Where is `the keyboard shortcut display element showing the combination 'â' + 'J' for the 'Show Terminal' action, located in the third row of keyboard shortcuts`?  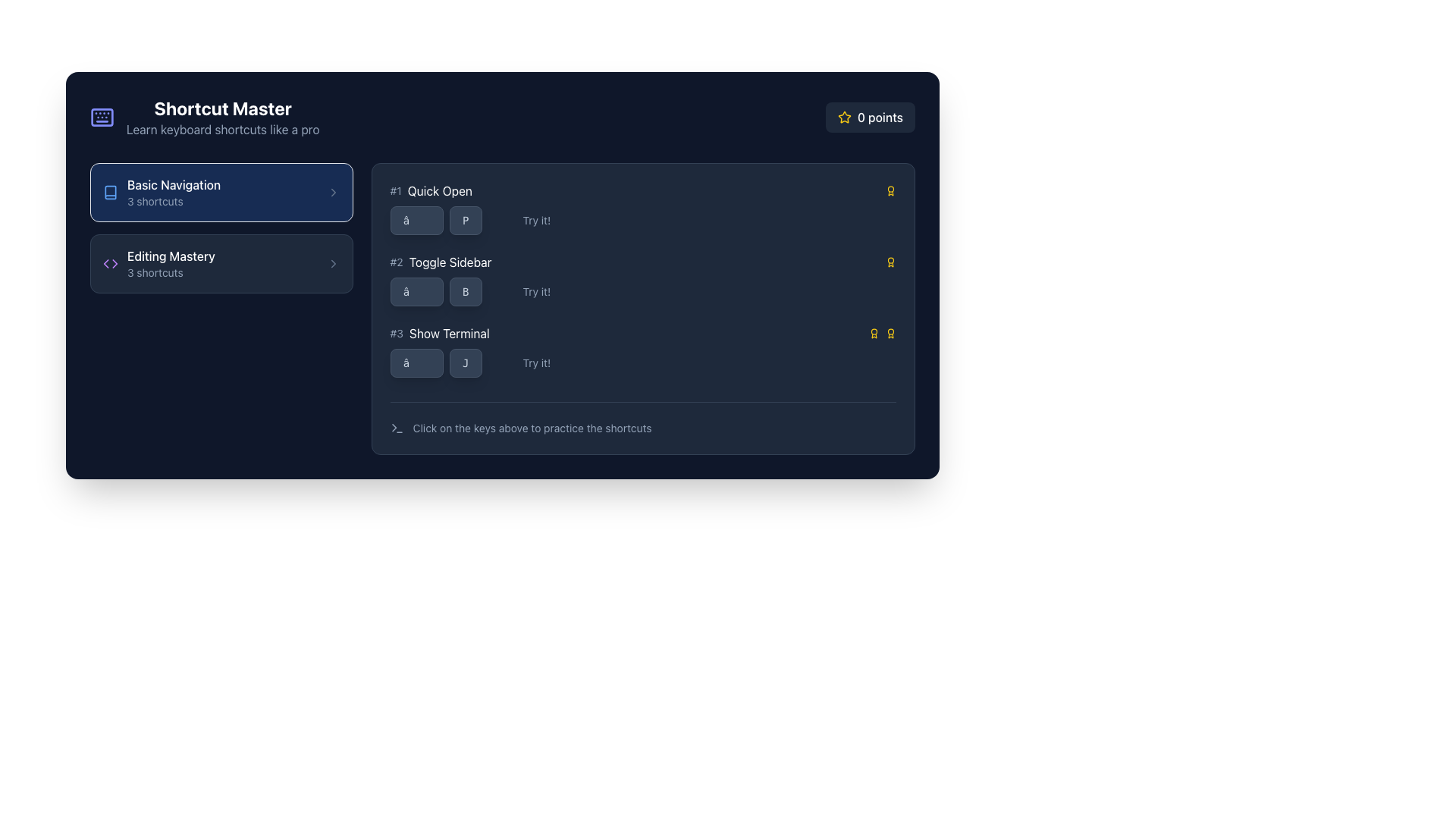
the keyboard shortcut display element showing the combination 'â' + 'J' for the 'Show Terminal' action, located in the third row of keyboard shortcuts is located at coordinates (435, 362).